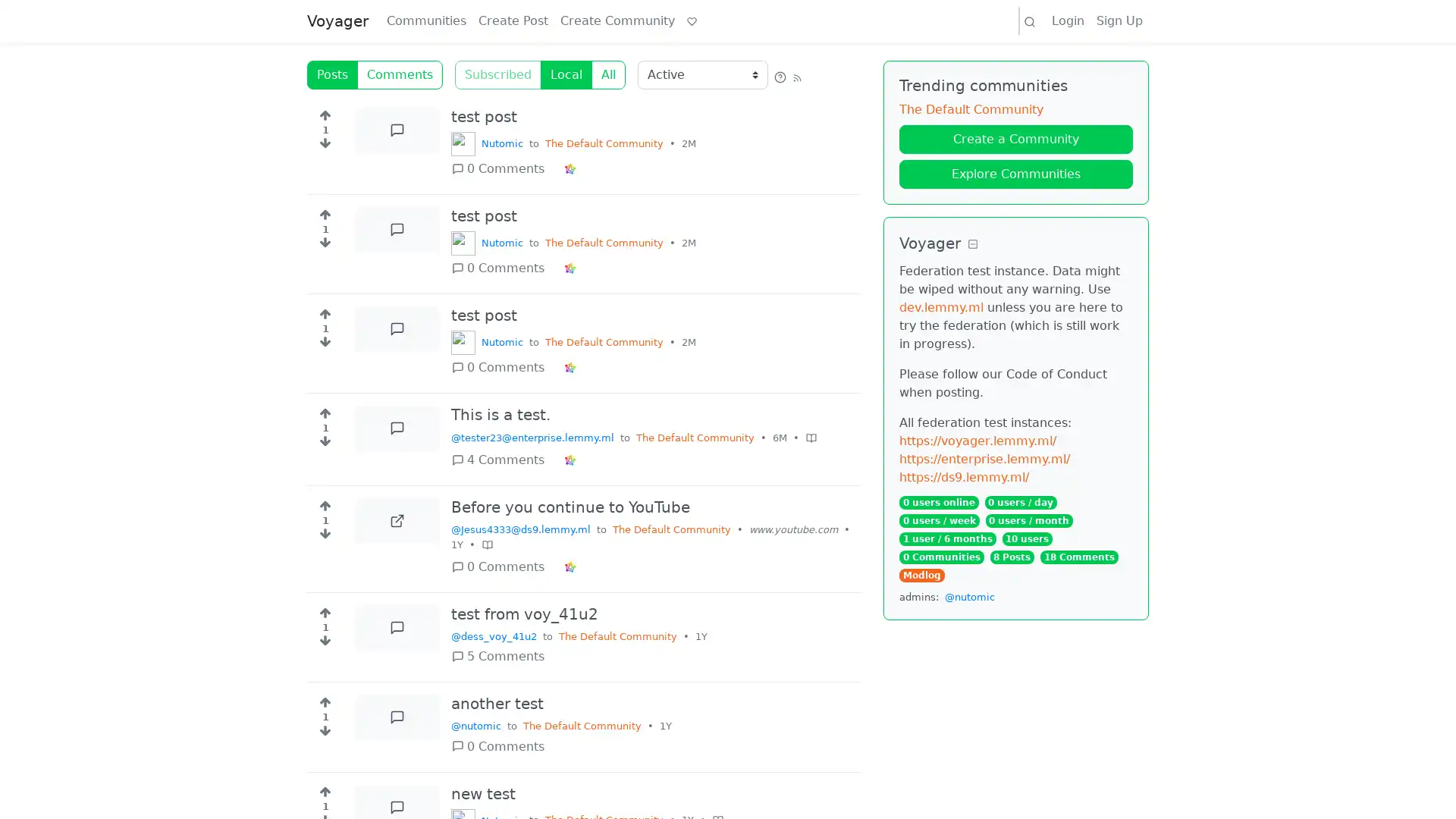 This screenshot has width=1456, height=819. Describe the element at coordinates (324, 211) in the screenshot. I see `Upvote` at that location.